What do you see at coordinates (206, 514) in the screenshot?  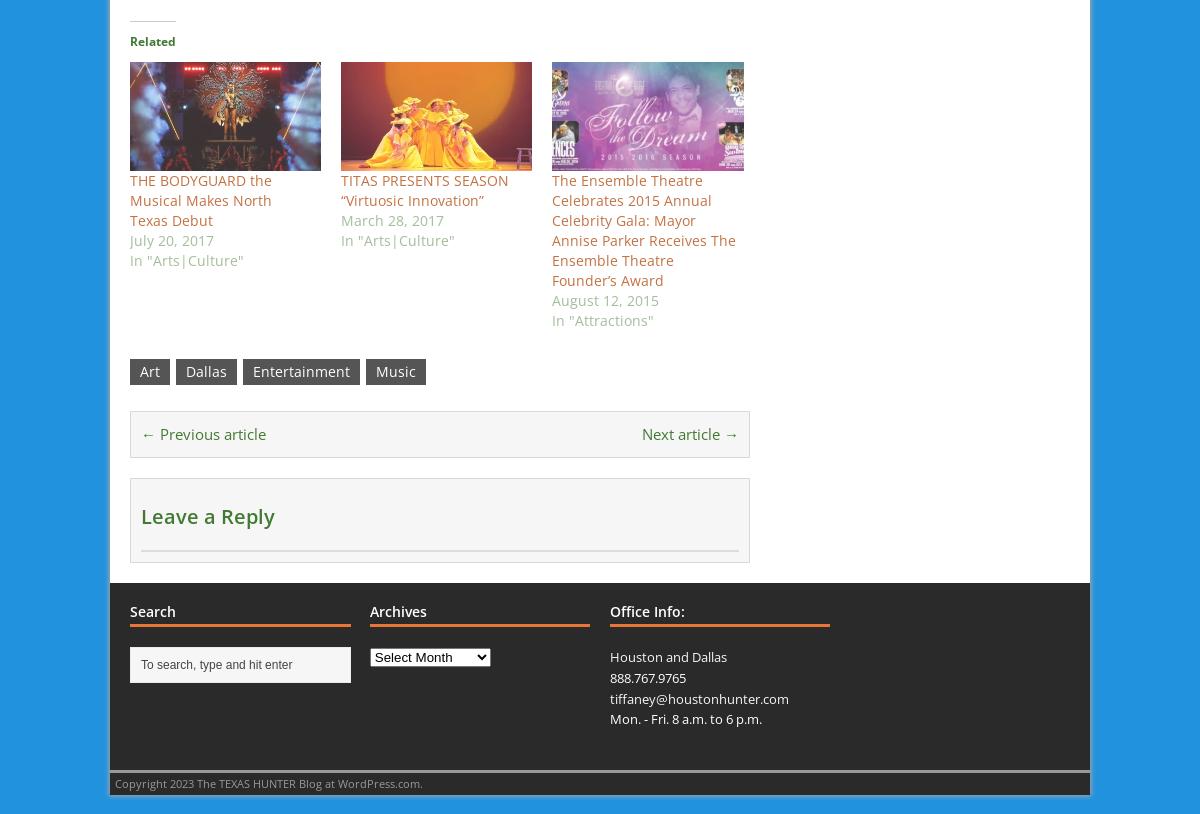 I see `'Leave a Reply'` at bounding box center [206, 514].